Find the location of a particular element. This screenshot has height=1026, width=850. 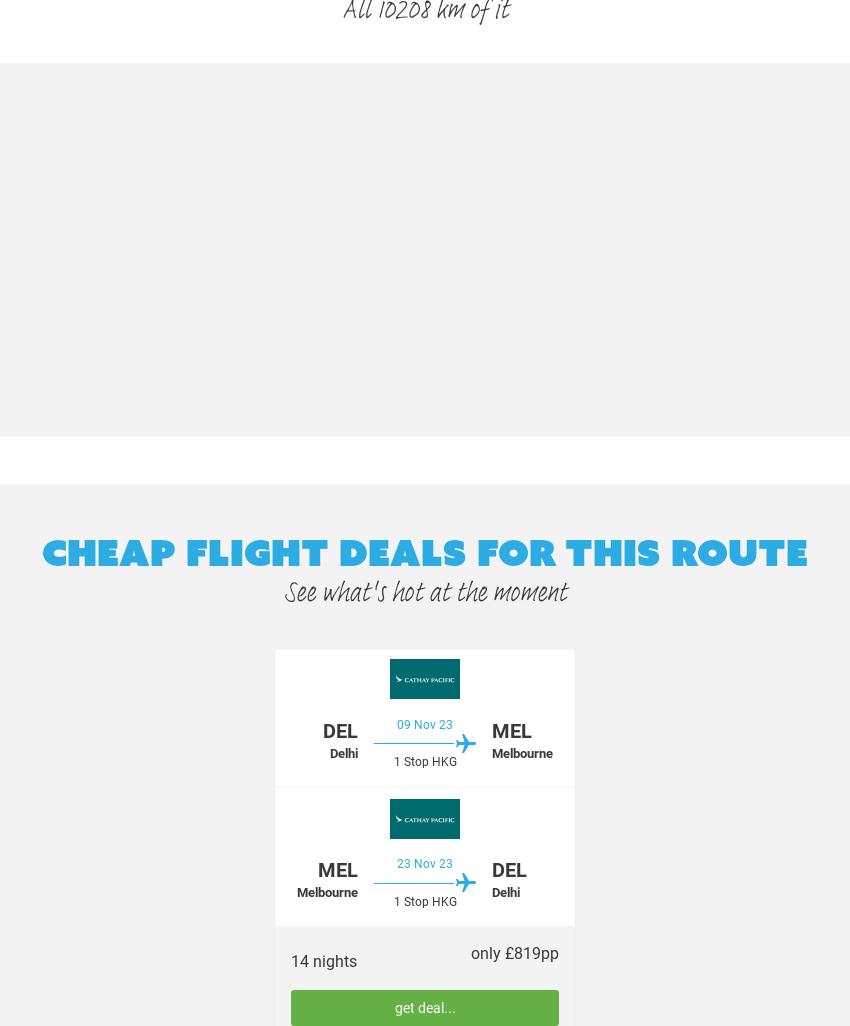

'Cheap flight deals for this route' is located at coordinates (40, 552).